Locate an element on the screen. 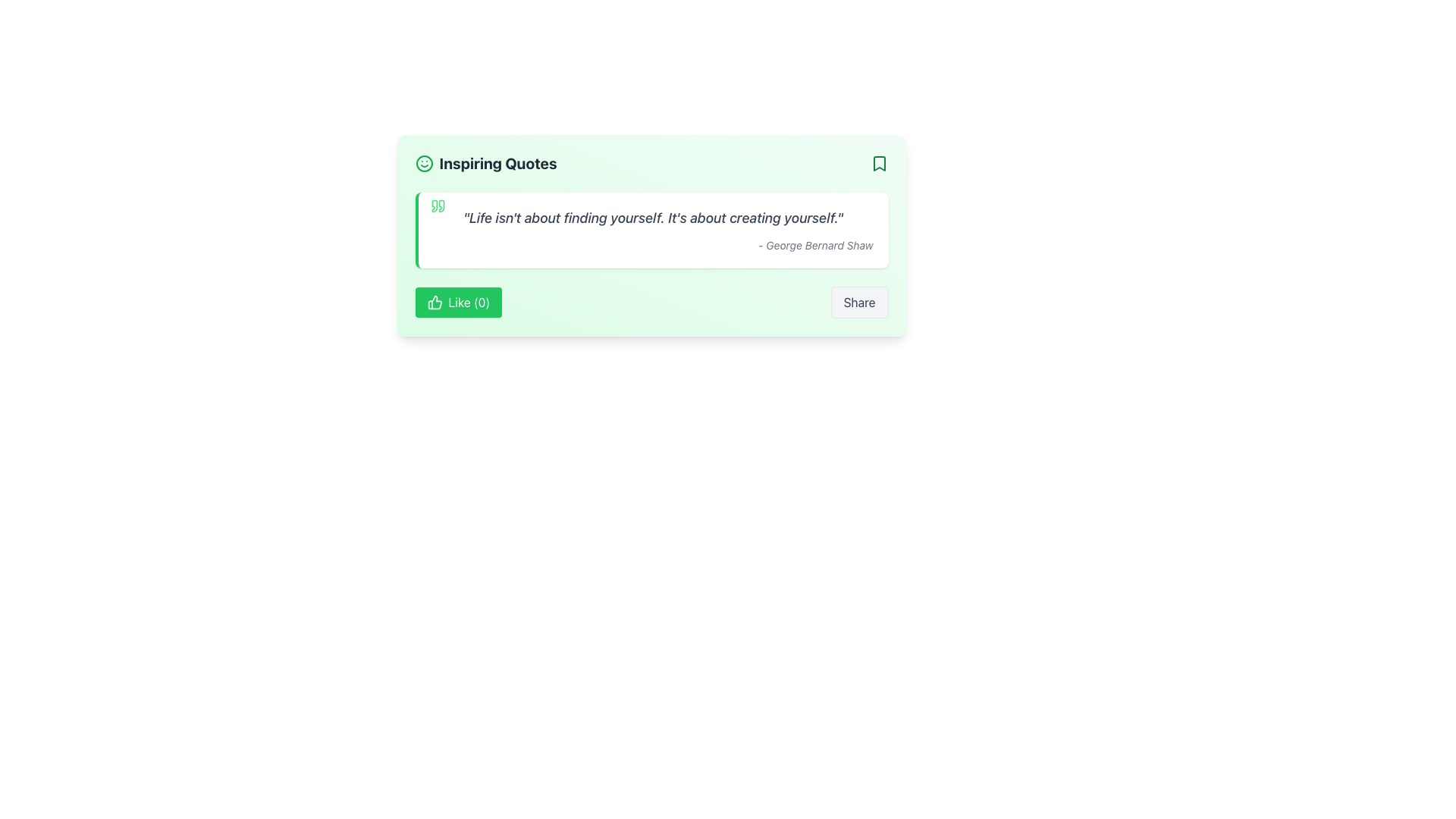 This screenshot has width=1456, height=819. the 'Like (0)' button located at the bottom-left corner of the card is located at coordinates (434, 302).